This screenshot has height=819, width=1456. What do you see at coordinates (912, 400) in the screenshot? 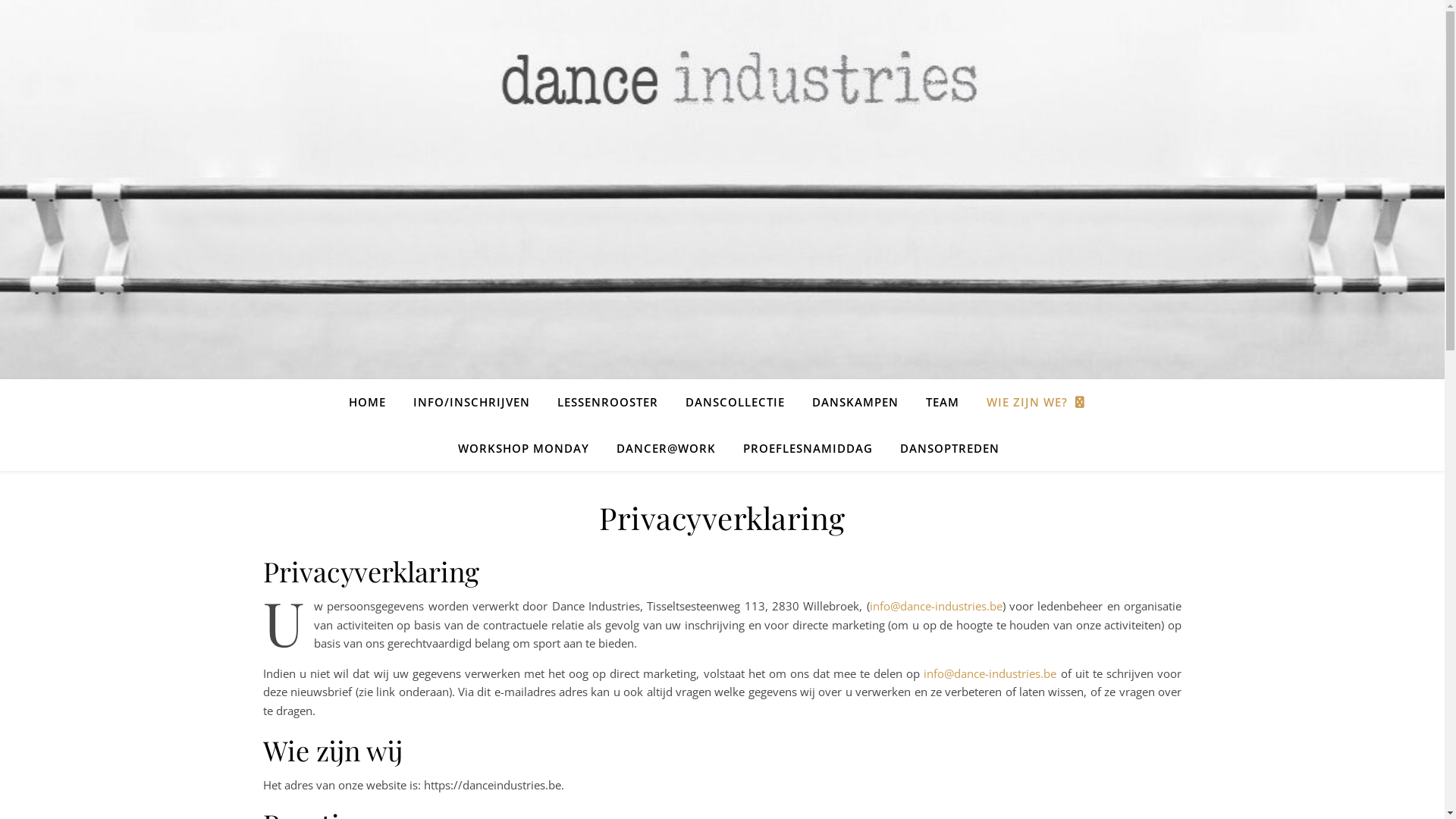
I see `'TEAM'` at bounding box center [912, 400].